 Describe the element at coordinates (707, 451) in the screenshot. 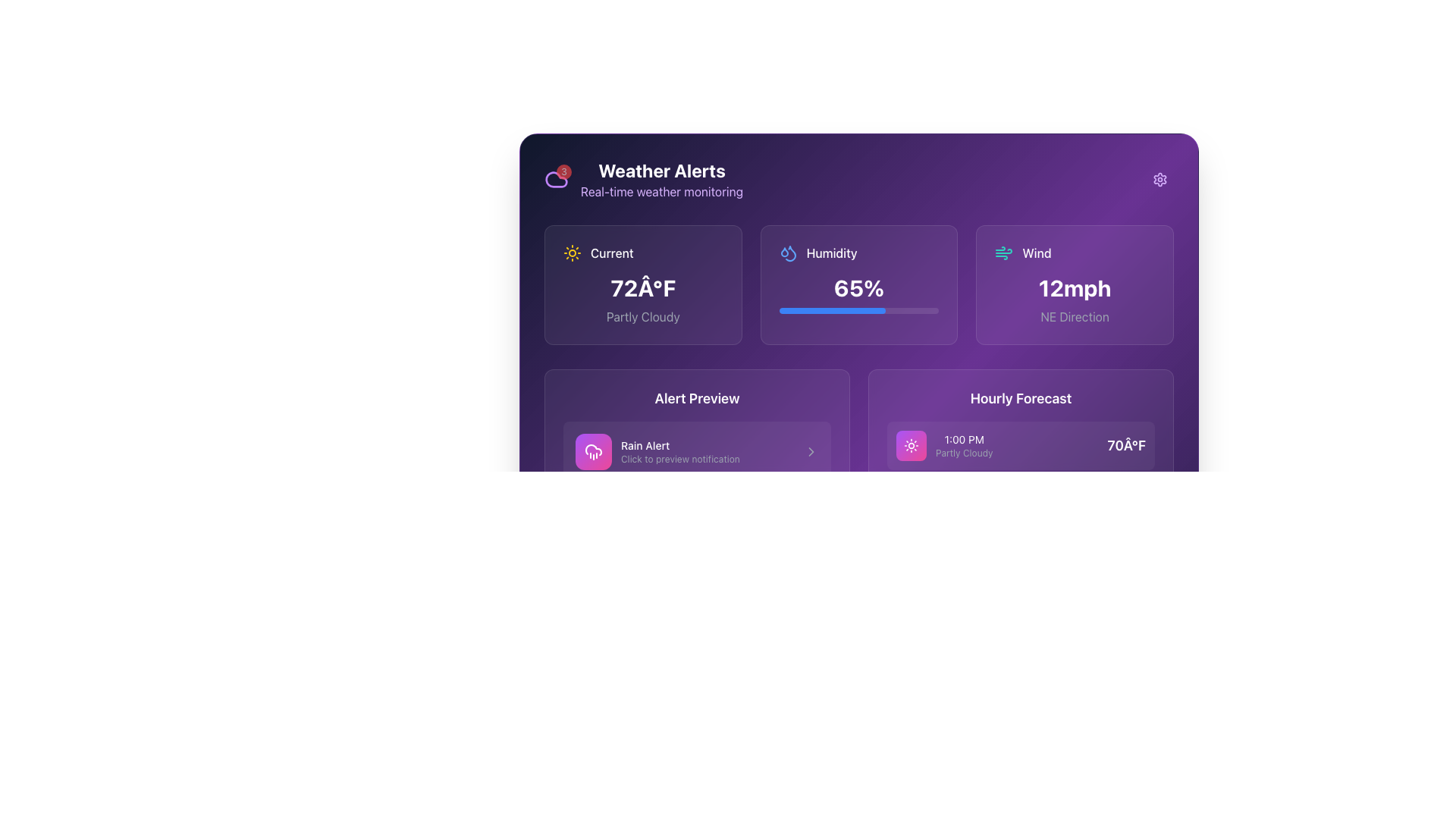

I see `informational text component labeled 'Rain Alert' which prompts 'Click to preview notification'` at that location.